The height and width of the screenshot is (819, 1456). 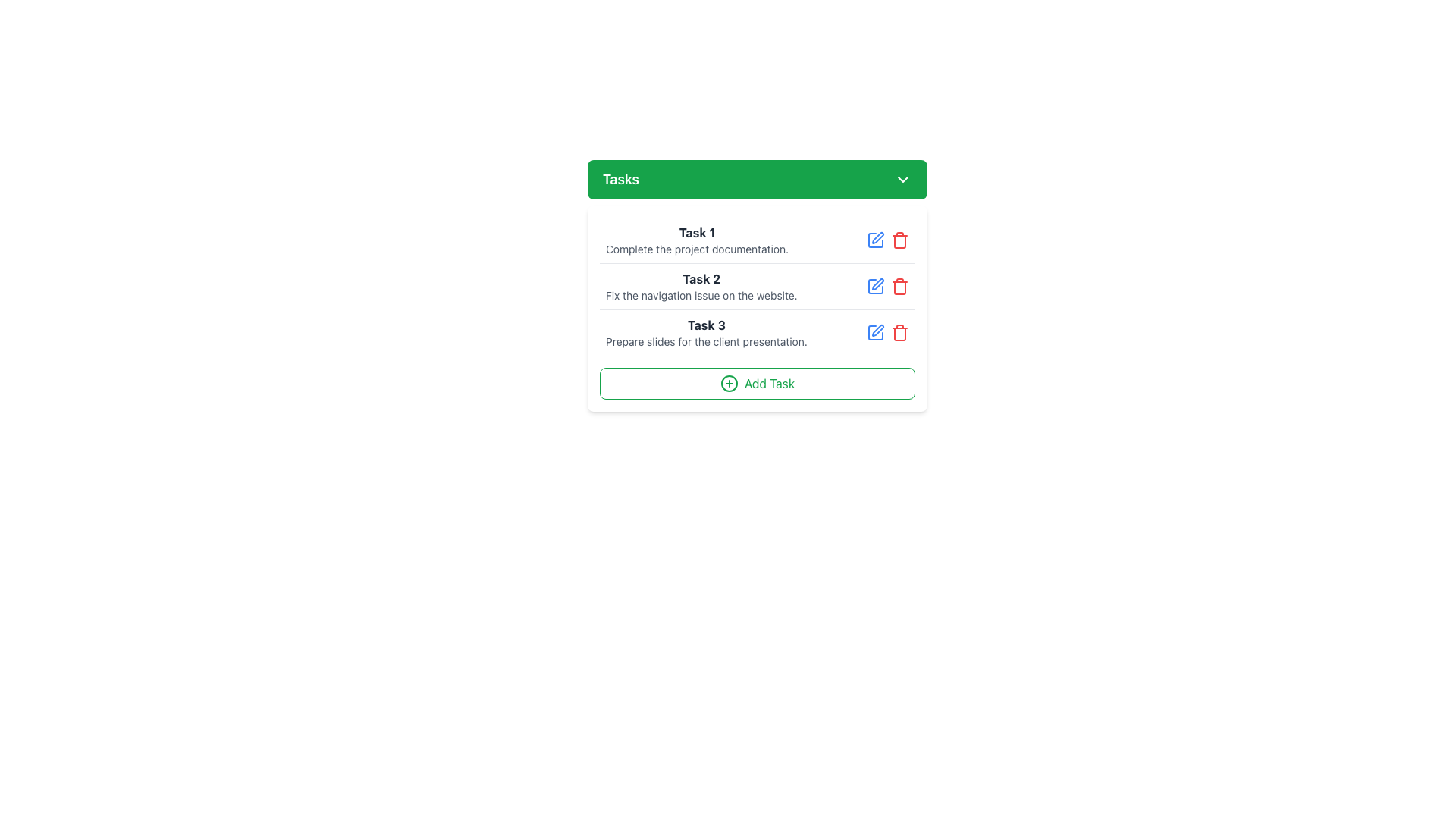 I want to click on the rightmost icon button for editing the details of the third task in the 'Tasks' dropdown interface, so click(x=877, y=329).